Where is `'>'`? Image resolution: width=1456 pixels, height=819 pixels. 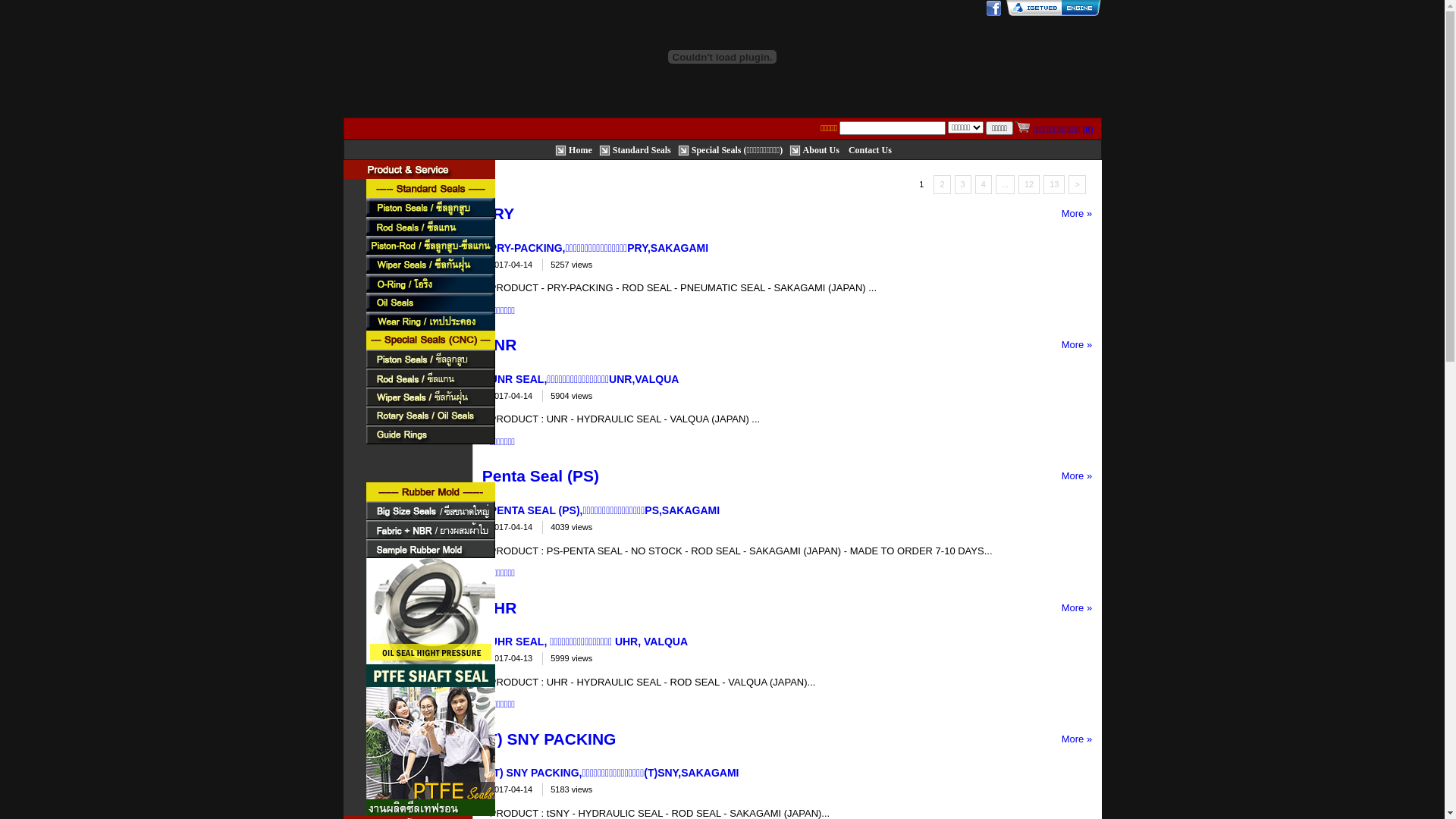 '>' is located at coordinates (1076, 184).